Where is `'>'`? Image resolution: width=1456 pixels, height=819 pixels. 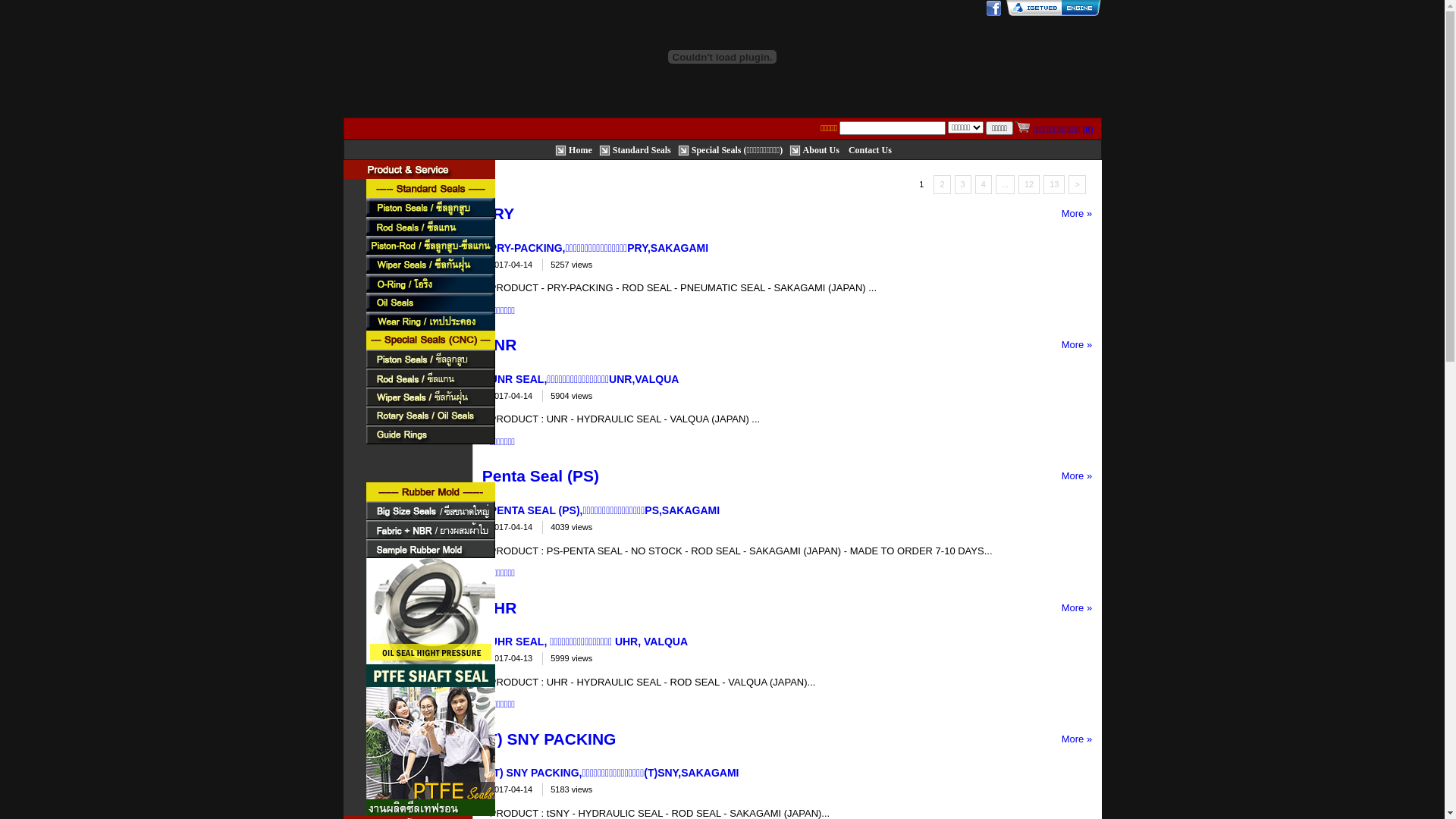 '>' is located at coordinates (1076, 184).